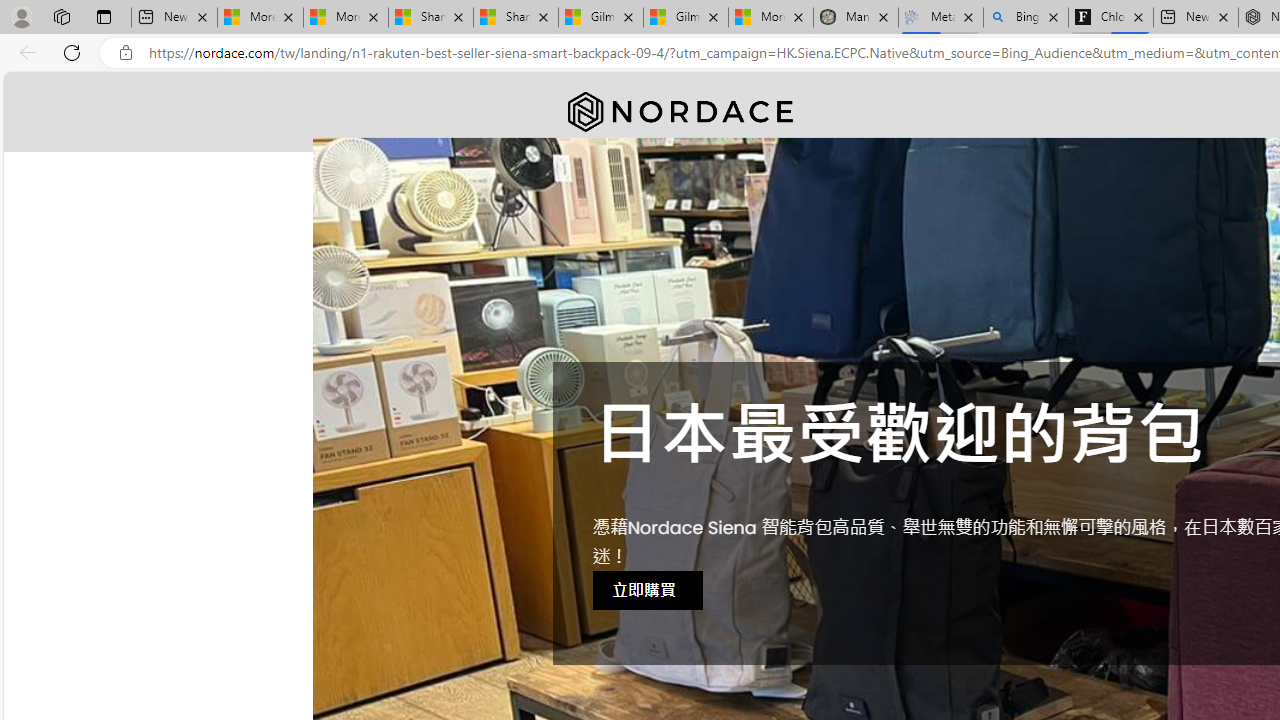 This screenshot has width=1280, height=720. Describe the element at coordinates (856, 17) in the screenshot. I see `'Manatee Mortality Statistics | FWC'` at that location.